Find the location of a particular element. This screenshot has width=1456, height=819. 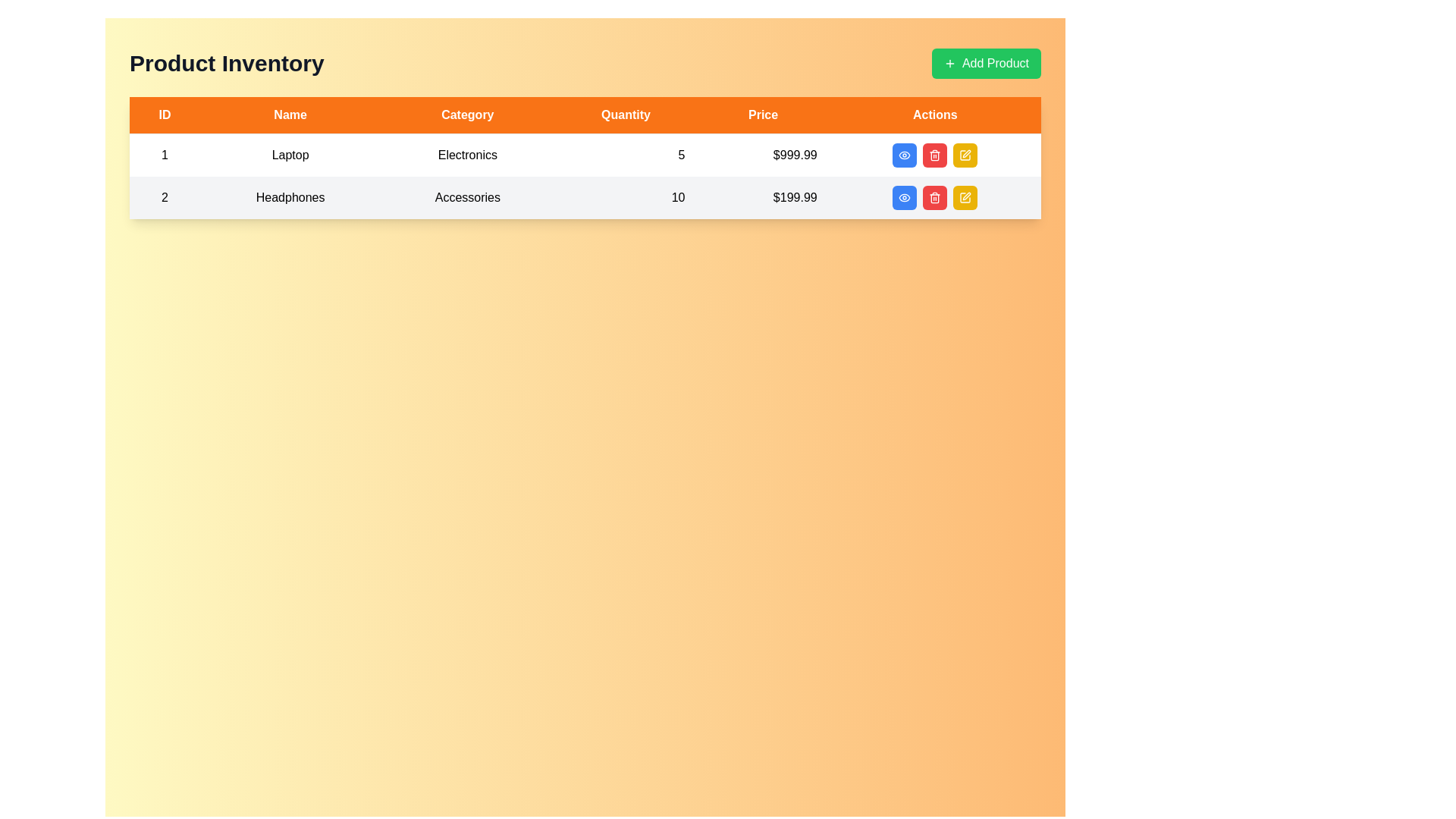

the edit icon located centrally within the yellow edit button in the 'Actions' column of the second row of the table is located at coordinates (965, 197).